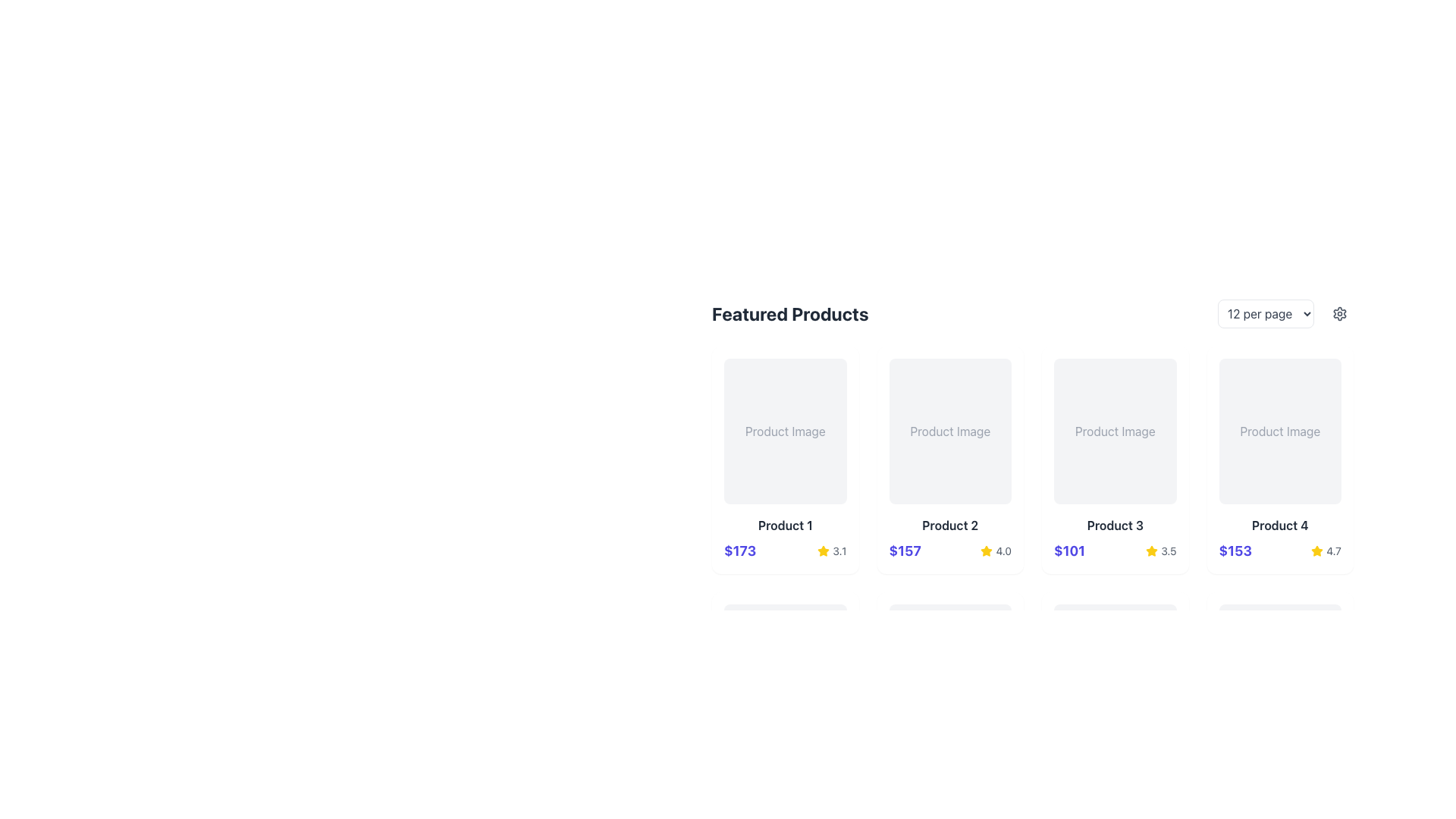 The width and height of the screenshot is (1456, 819). What do you see at coordinates (785, 459) in the screenshot?
I see `the product card that displays details including an image, name, price, and rating, located in the first row and first column of the grid beneath 'Featured Products'` at bounding box center [785, 459].